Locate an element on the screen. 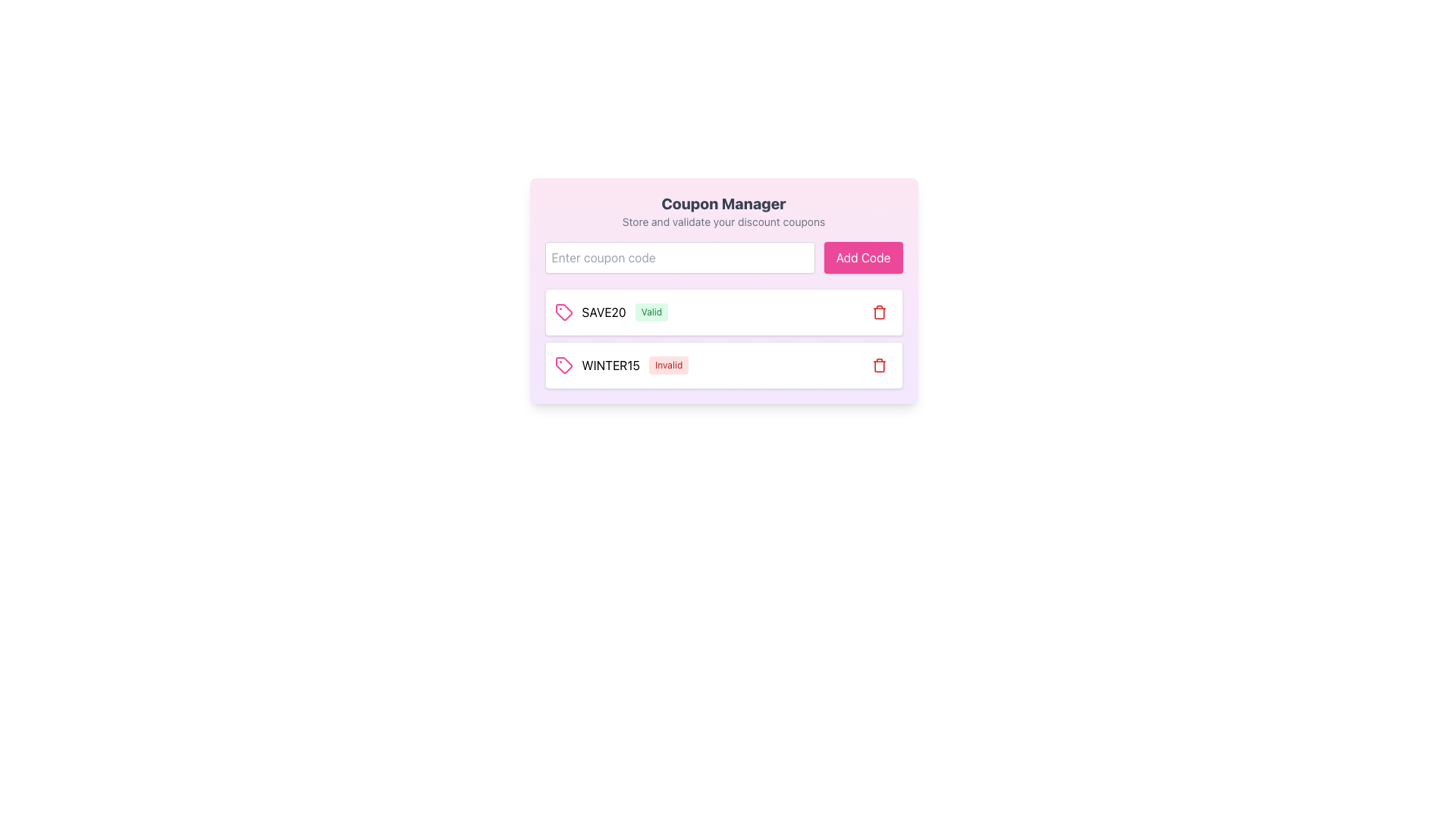 The image size is (1456, 819). the curved rectangular shape resembling a trash can within the delete button's SVG icon, located on the right side of the second row of coupons near the 'WINTER15' code label is located at coordinates (879, 366).